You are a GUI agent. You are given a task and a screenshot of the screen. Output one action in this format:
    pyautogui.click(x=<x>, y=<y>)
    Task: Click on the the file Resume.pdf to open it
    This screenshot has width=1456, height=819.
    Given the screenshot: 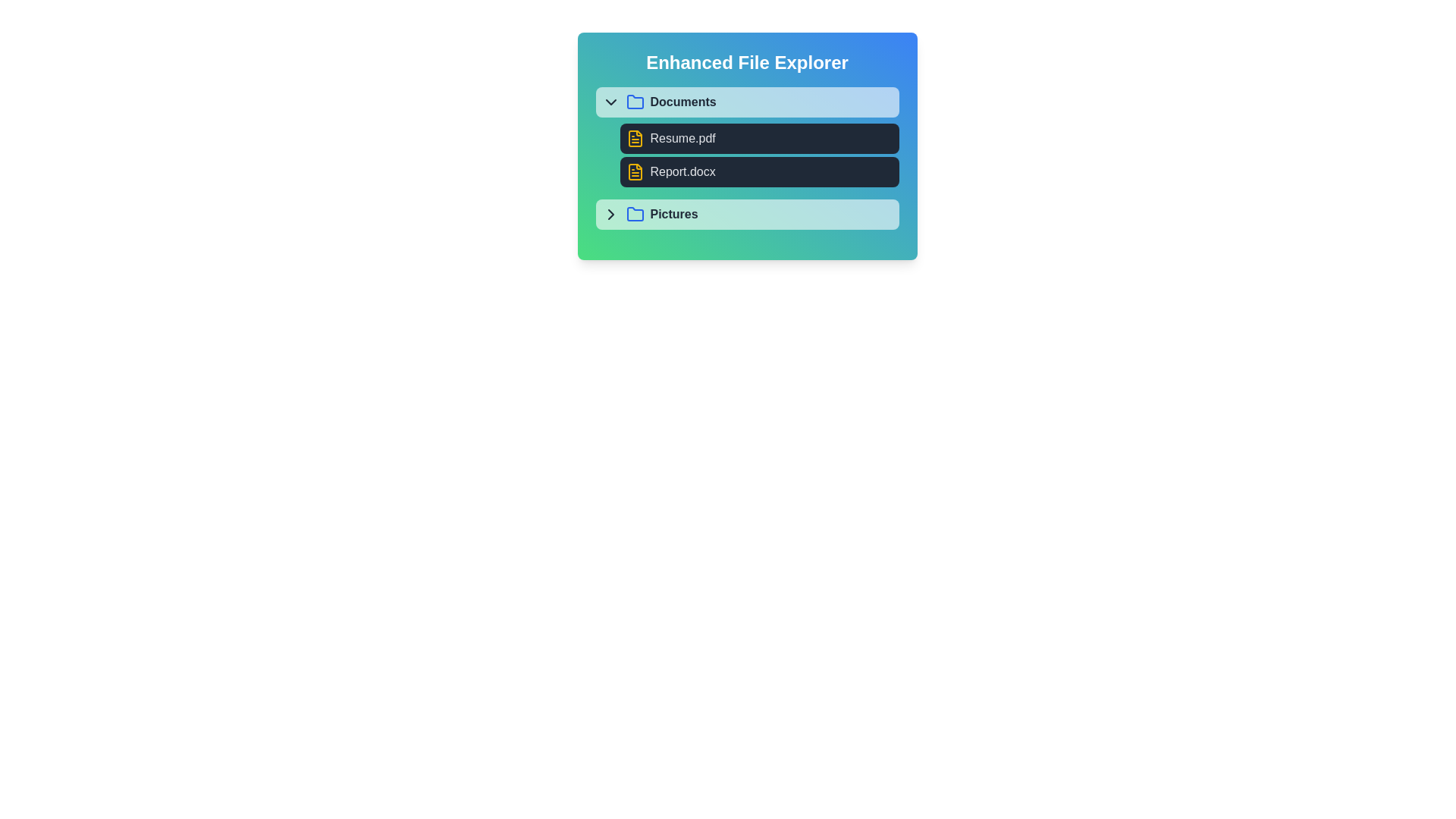 What is the action you would take?
    pyautogui.click(x=759, y=138)
    